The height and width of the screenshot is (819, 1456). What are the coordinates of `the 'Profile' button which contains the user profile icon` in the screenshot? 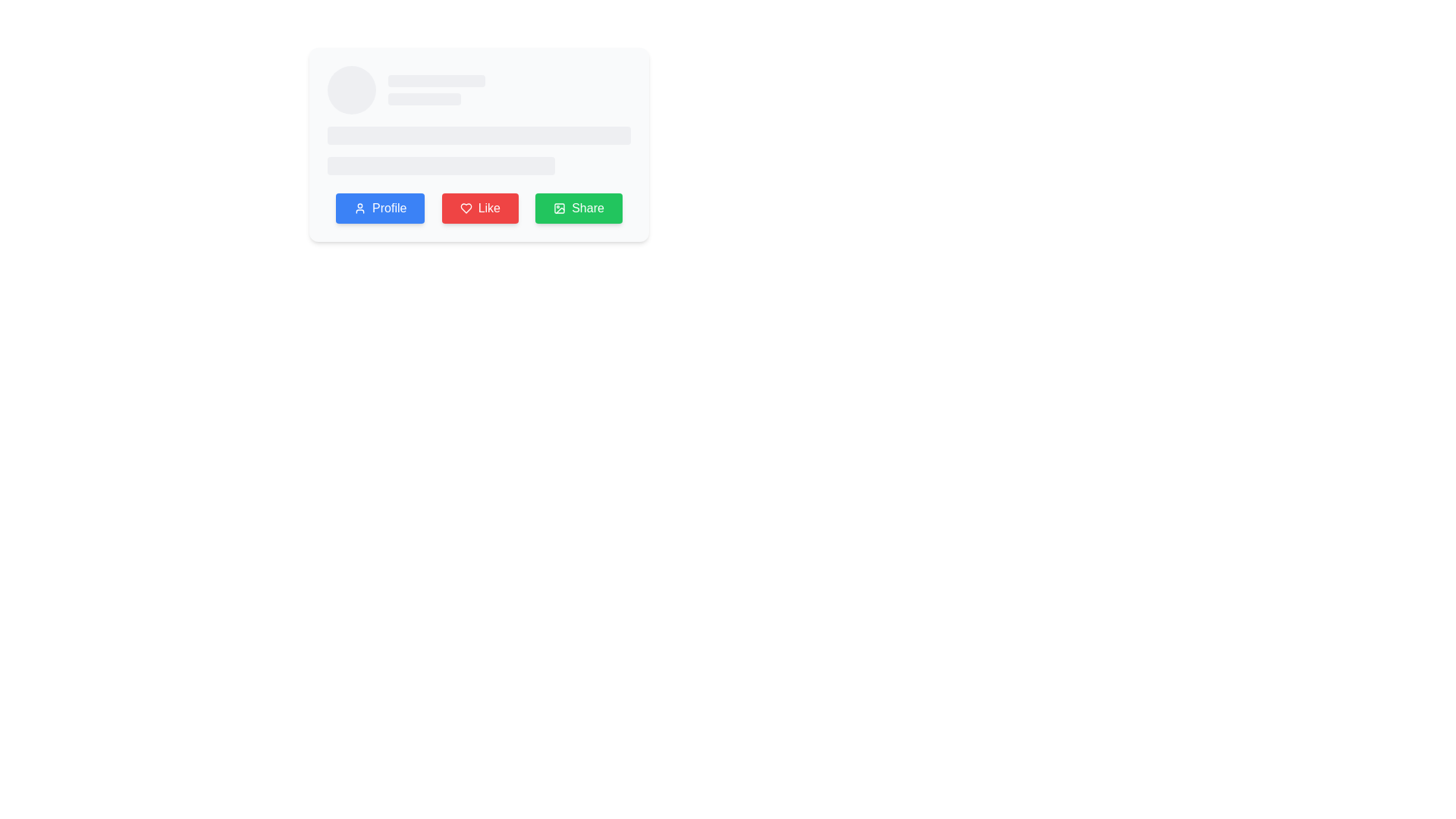 It's located at (359, 208).